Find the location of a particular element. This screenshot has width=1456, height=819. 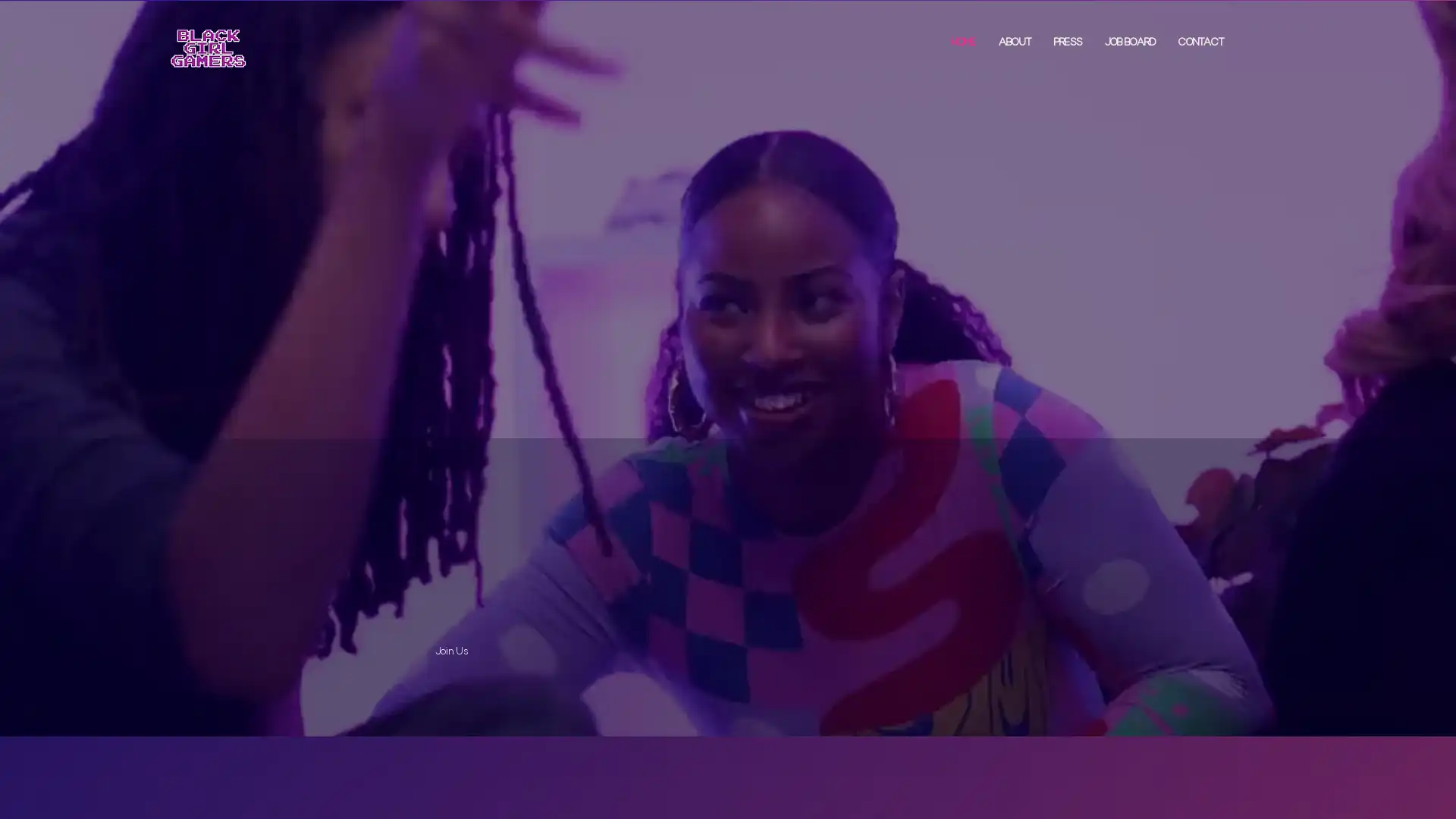

Settings is located at coordinates (1322, 794).